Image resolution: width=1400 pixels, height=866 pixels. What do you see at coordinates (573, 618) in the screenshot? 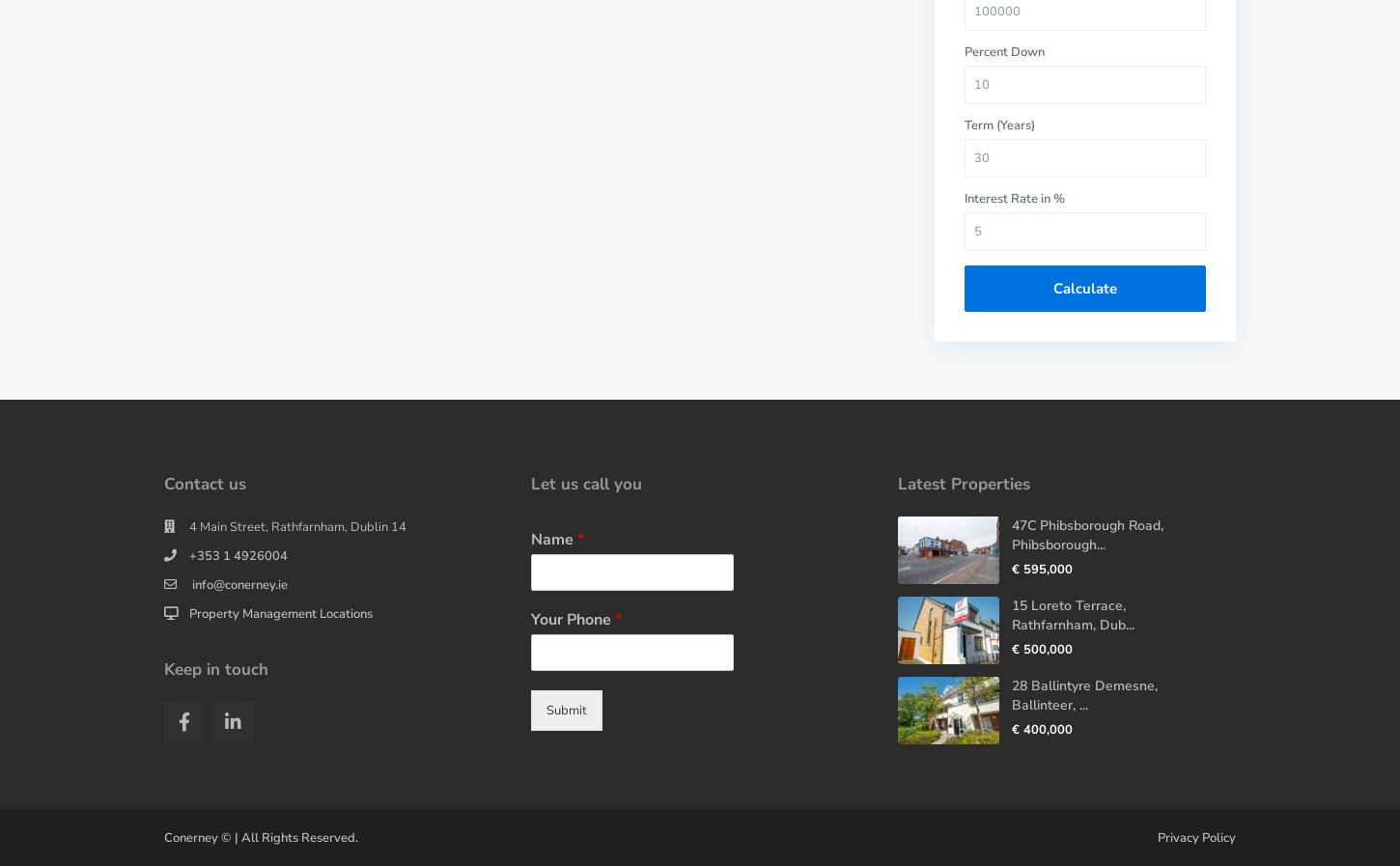
I see `'Your Phone'` at bounding box center [573, 618].